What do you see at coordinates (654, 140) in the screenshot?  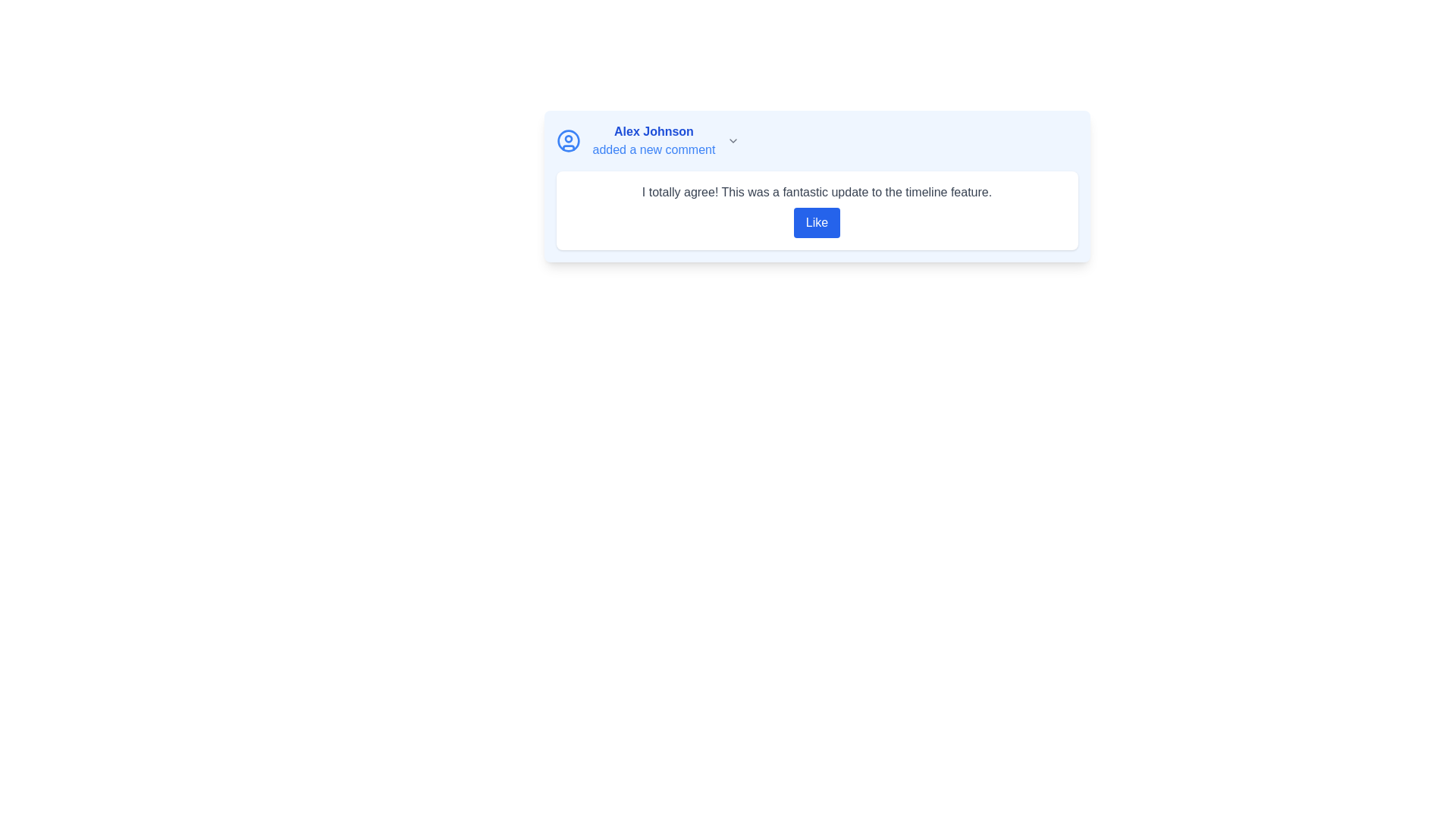 I see `the text element displaying 'Alex Johnson' followed by 'added a new comment' located at the top of a comment card` at bounding box center [654, 140].